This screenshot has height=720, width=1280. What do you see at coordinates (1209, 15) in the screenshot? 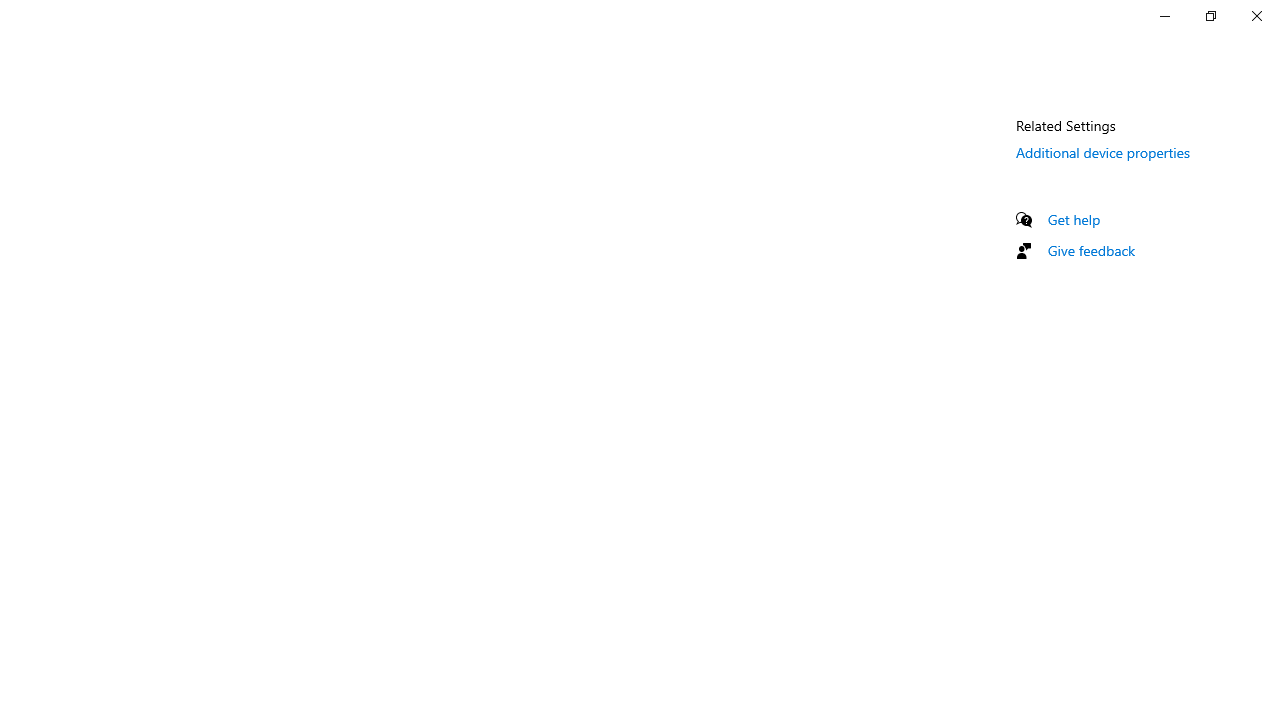
I see `'Restore Settings'` at bounding box center [1209, 15].